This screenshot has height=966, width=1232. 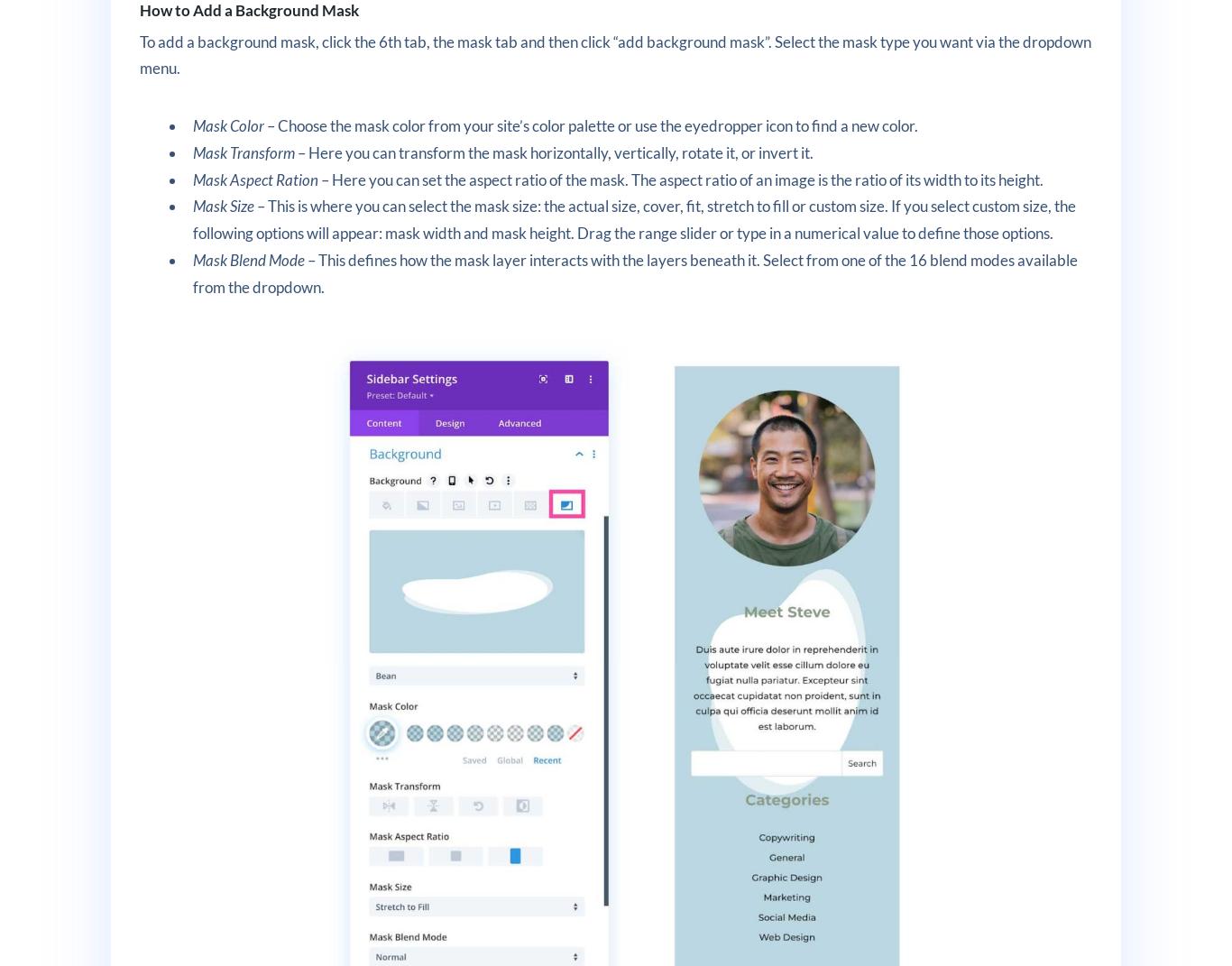 What do you see at coordinates (248, 8) in the screenshot?
I see `'How to Add a Background Mask'` at bounding box center [248, 8].